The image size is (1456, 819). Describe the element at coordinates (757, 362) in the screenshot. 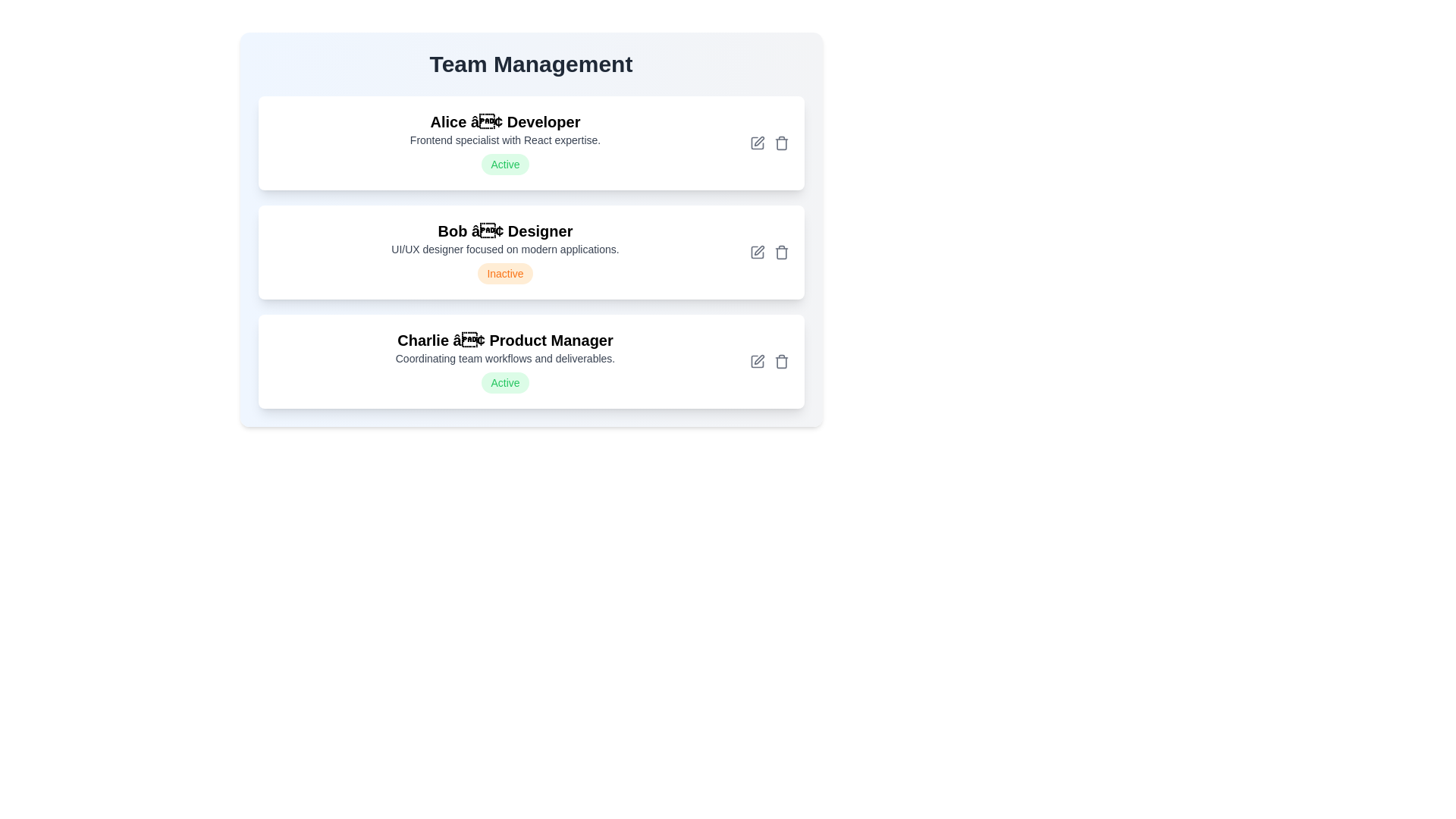

I see `edit icon for the team member Charlie` at that location.